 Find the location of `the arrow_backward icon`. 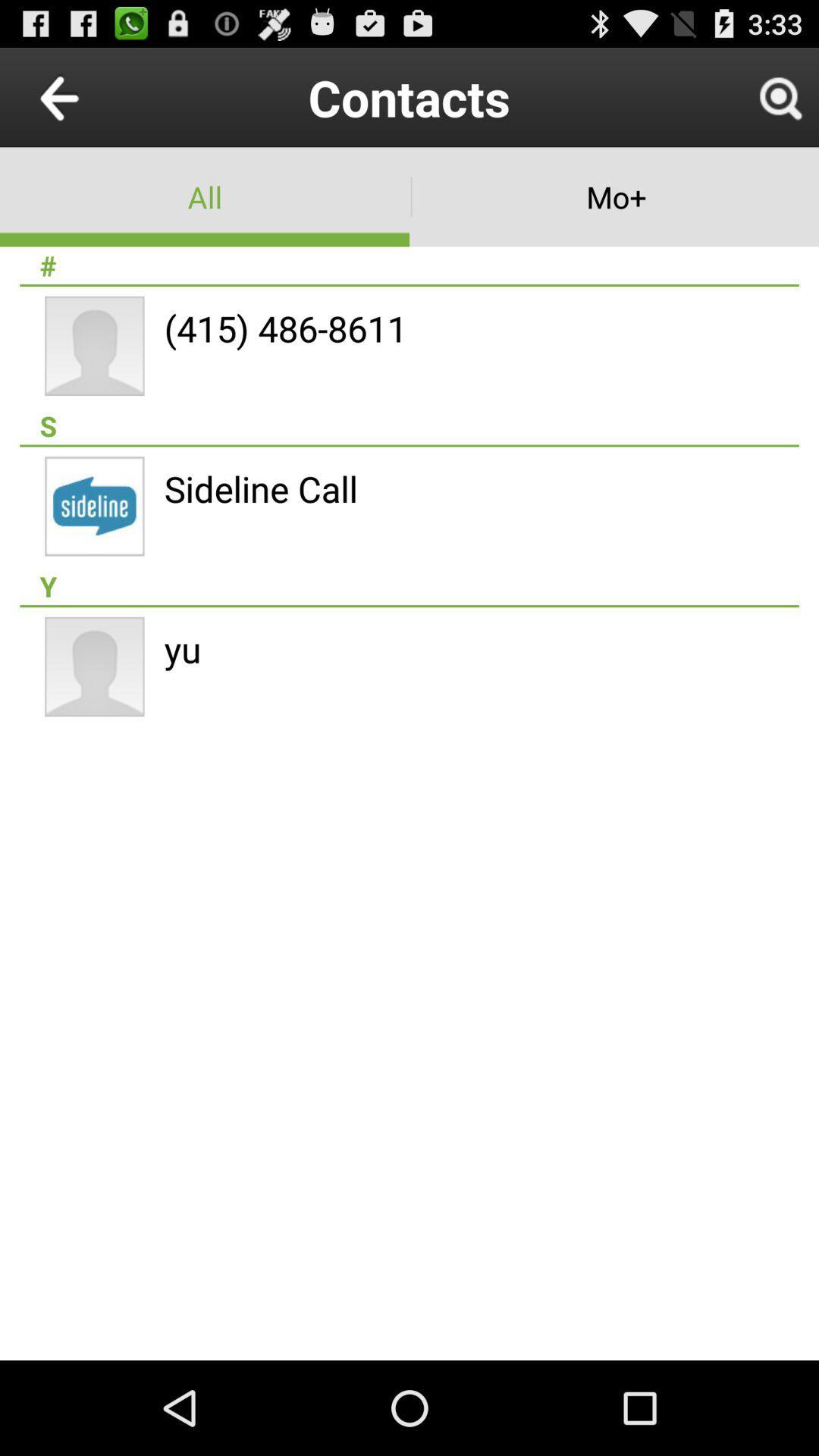

the arrow_backward icon is located at coordinates (94, 103).